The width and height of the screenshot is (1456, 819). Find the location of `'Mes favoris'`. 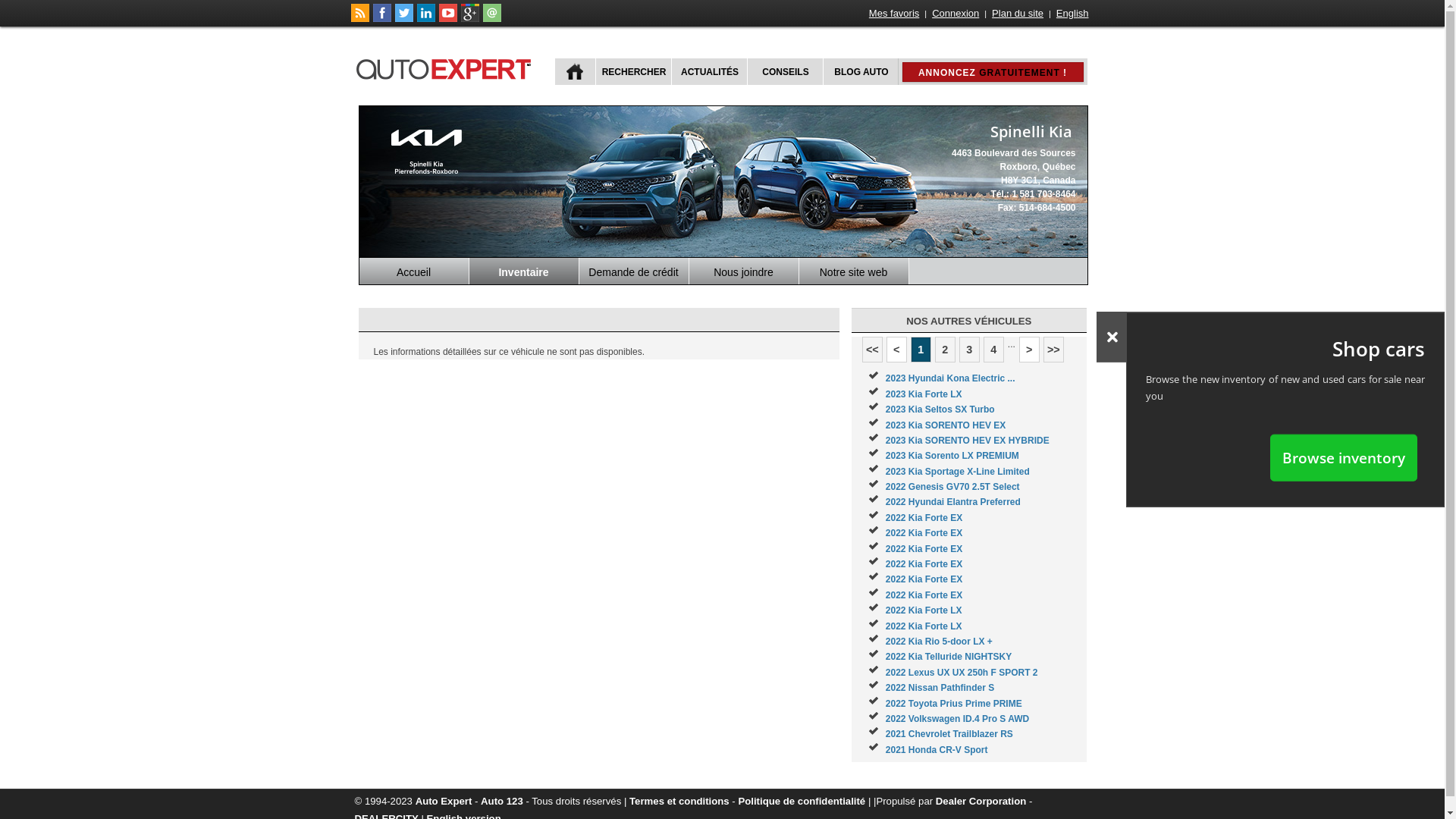

'Mes favoris' is located at coordinates (894, 13).